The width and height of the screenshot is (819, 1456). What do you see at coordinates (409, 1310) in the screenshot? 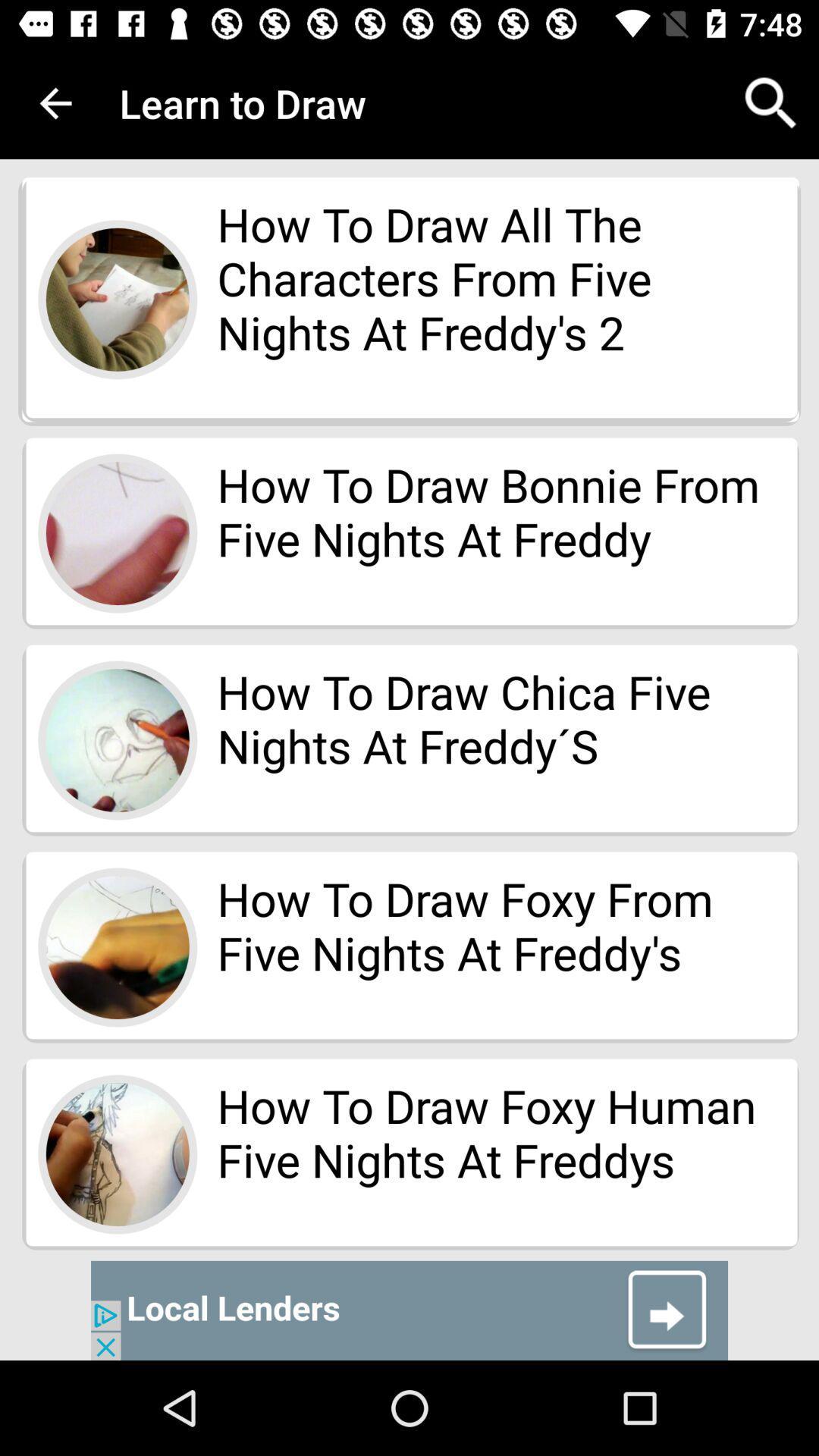
I see `open advertisement` at bounding box center [409, 1310].